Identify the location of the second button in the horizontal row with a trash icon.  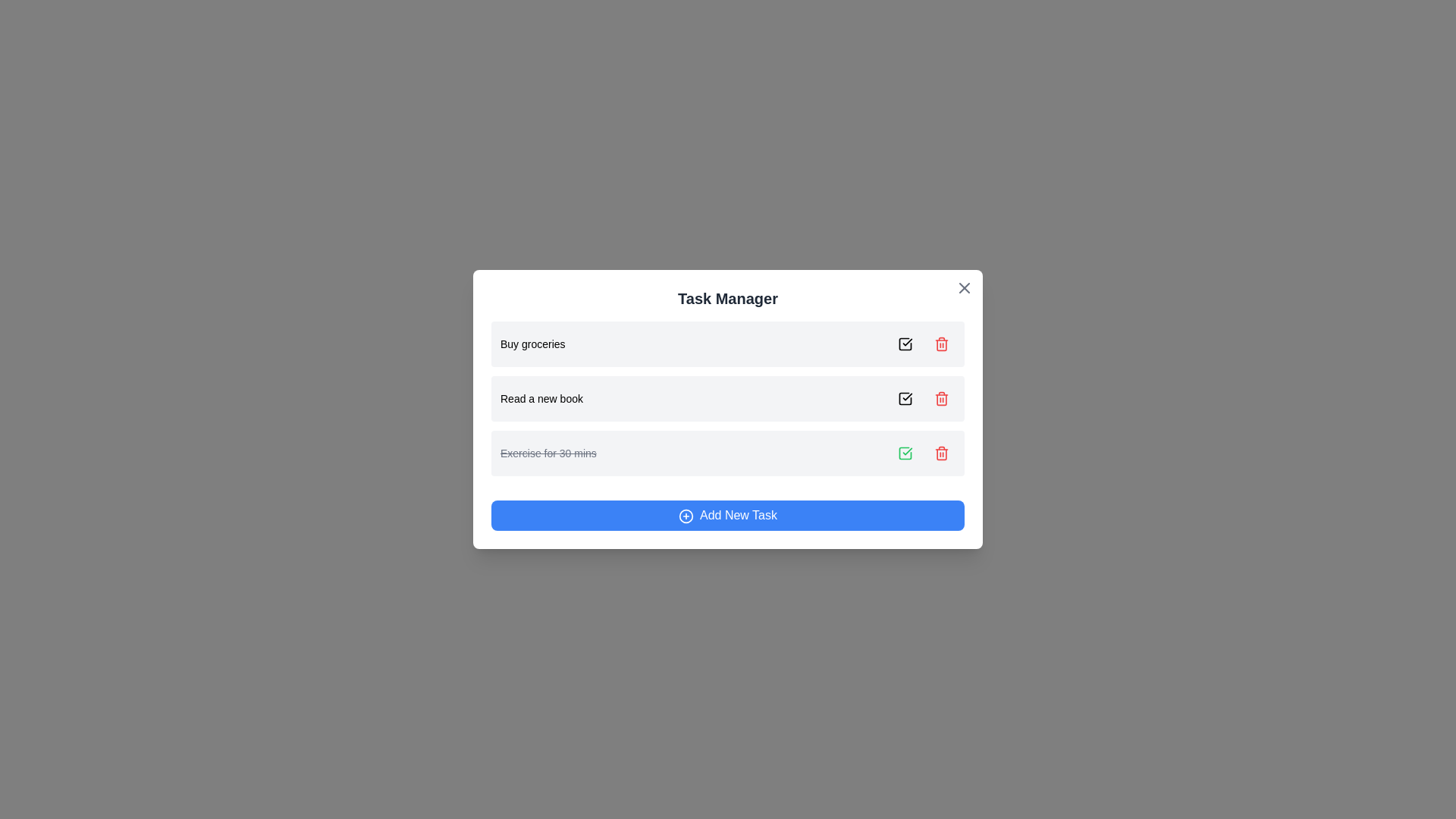
(941, 397).